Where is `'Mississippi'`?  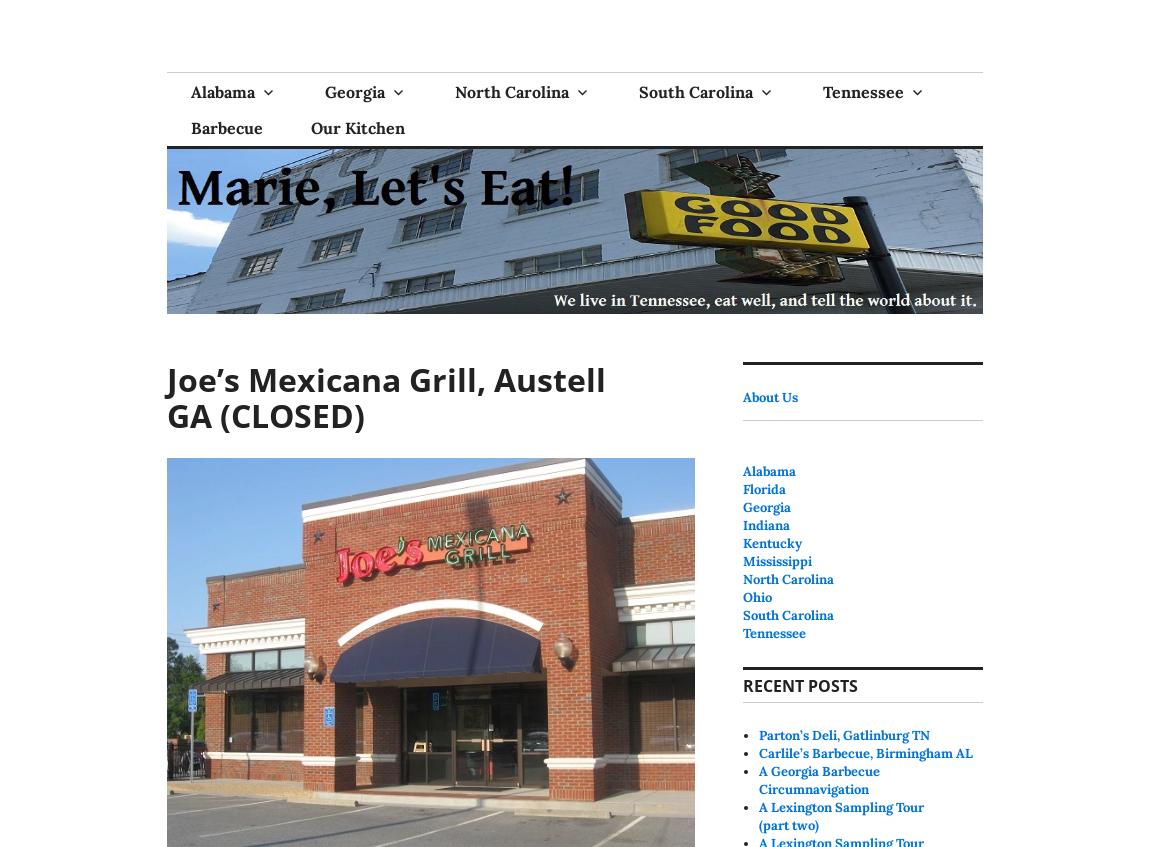
'Mississippi' is located at coordinates (776, 560).